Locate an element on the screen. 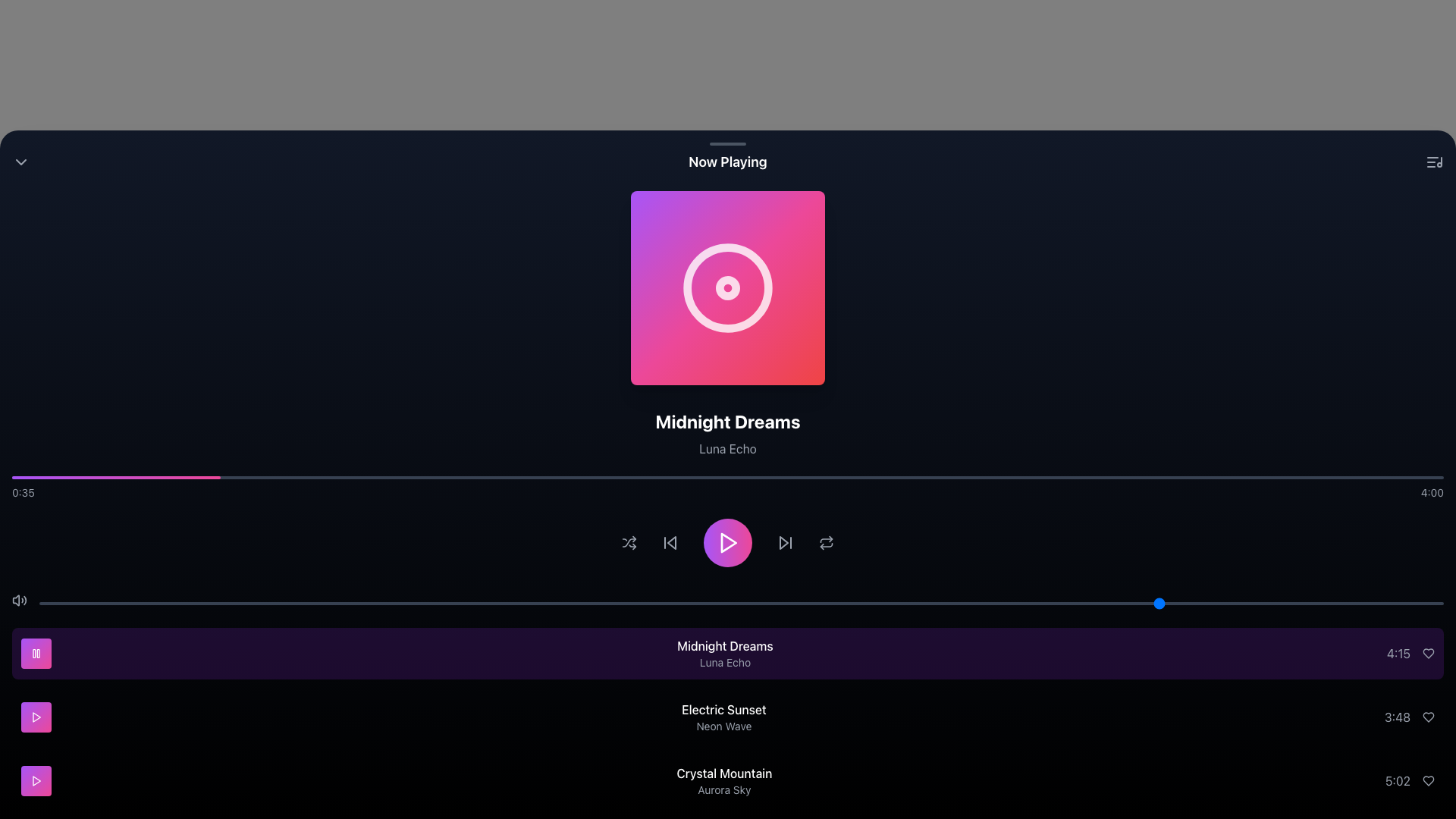  the heart icon used for favoriting songs, specifically the one for 'Electric Sunset', to change its color to pink is located at coordinates (1427, 717).